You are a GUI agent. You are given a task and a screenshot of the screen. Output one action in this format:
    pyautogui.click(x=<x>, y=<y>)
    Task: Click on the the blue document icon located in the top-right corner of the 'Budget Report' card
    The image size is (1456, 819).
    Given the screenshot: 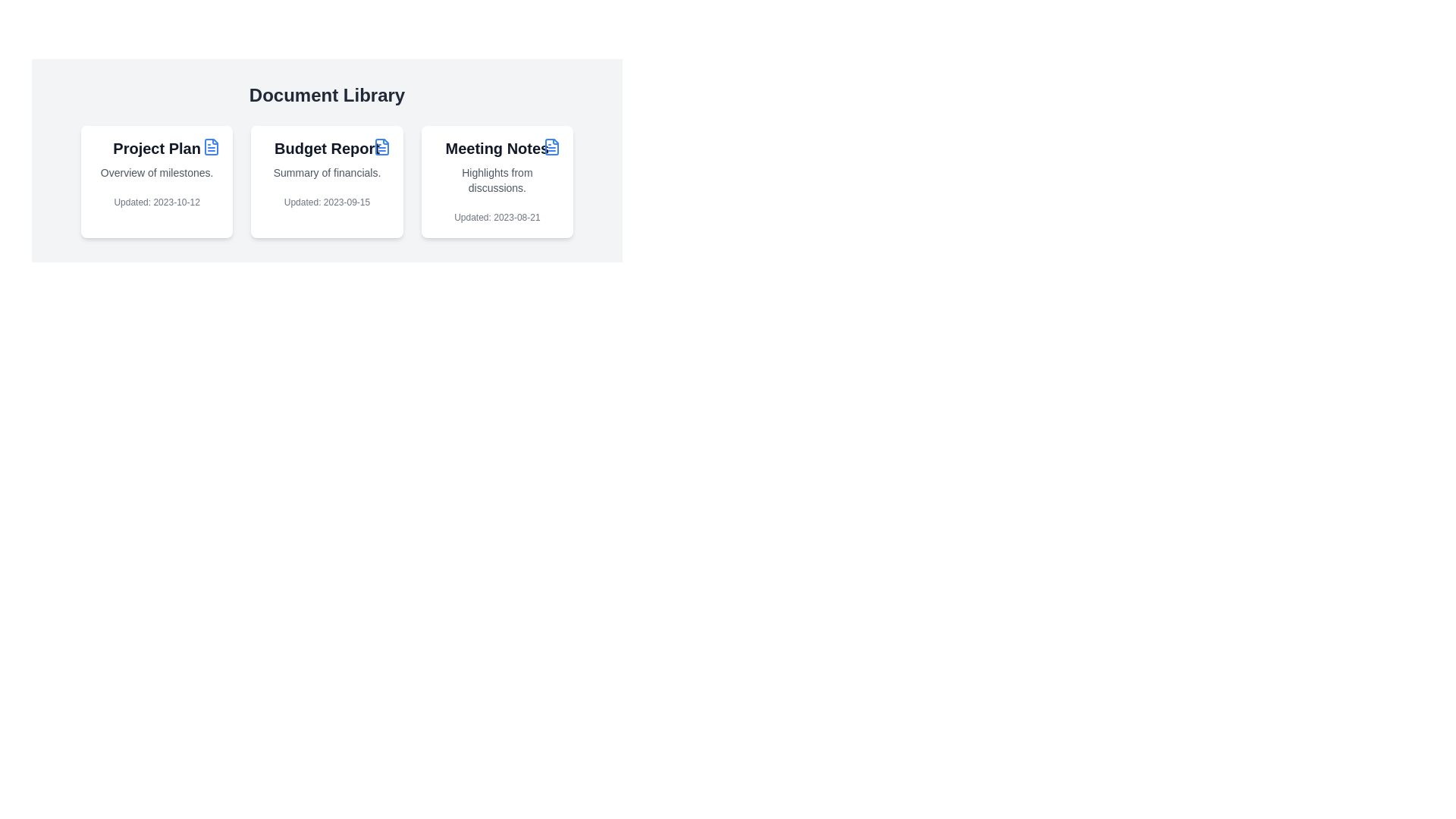 What is the action you would take?
    pyautogui.click(x=381, y=146)
    